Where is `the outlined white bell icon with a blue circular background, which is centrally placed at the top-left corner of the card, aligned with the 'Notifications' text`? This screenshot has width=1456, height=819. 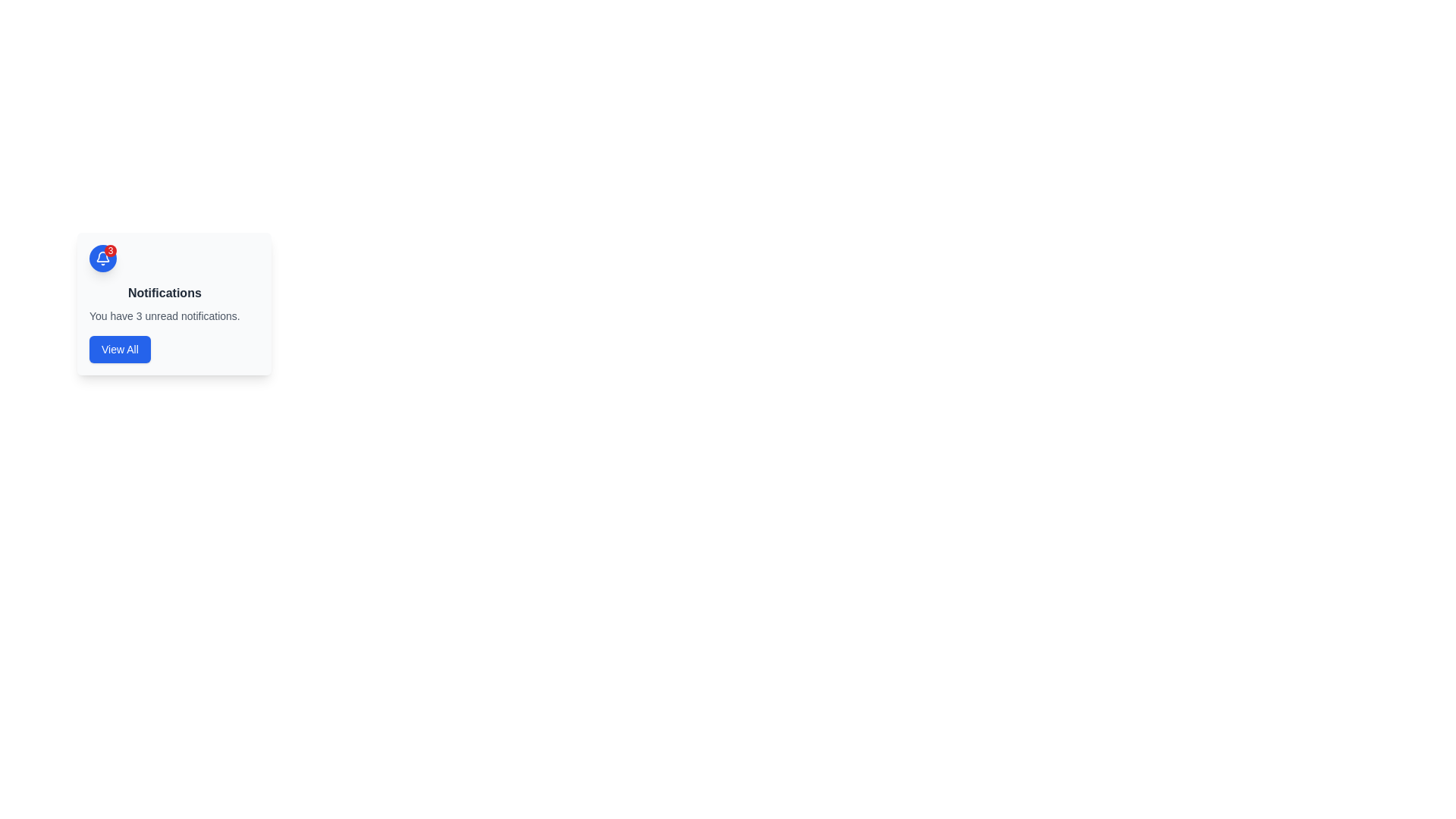
the outlined white bell icon with a blue circular background, which is centrally placed at the top-left corner of the card, aligned with the 'Notifications' text is located at coordinates (102, 257).